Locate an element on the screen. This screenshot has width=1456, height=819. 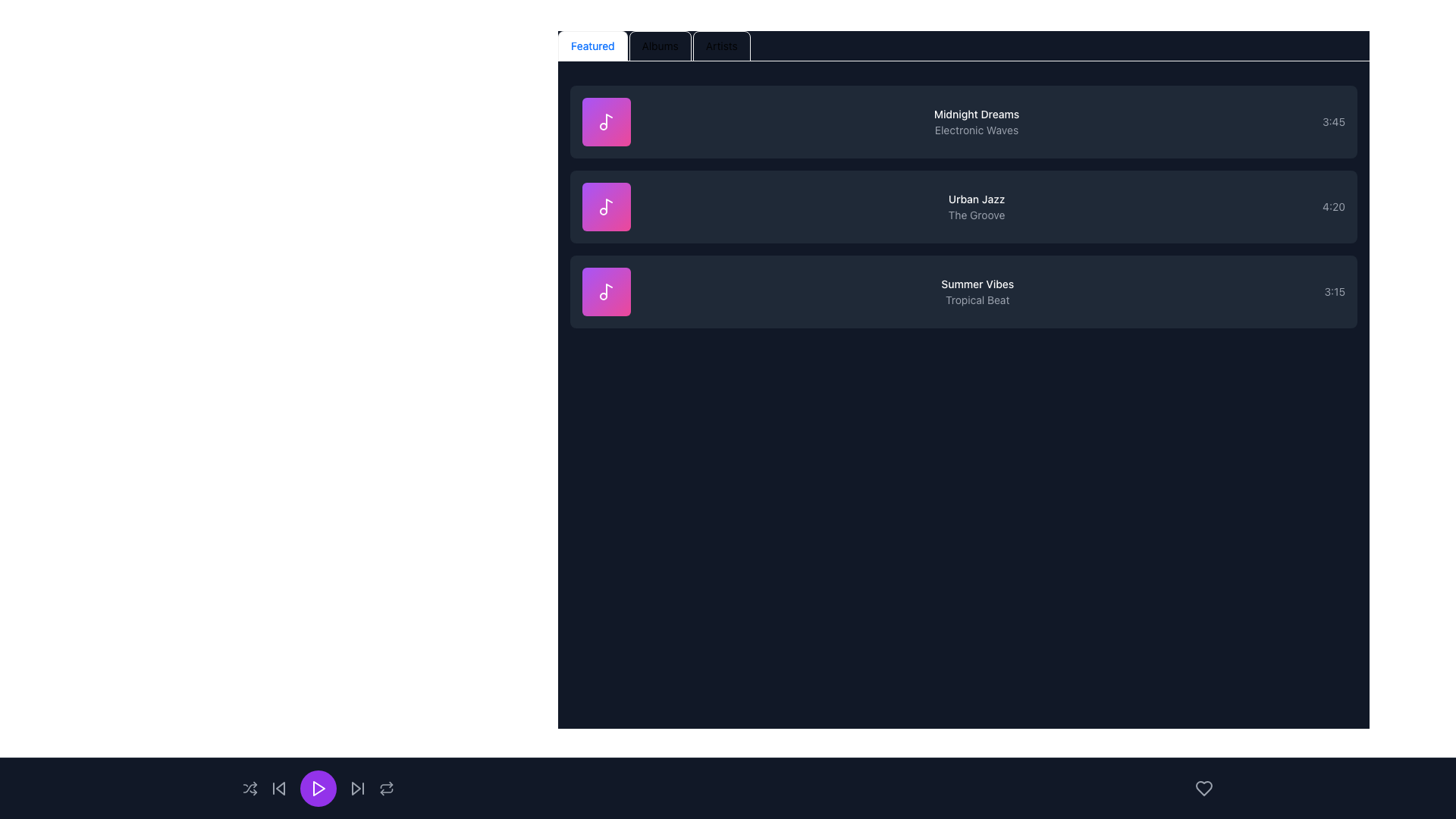
the music track icon representing 'Midnight Dreams' in the list, located on the left side of the item is located at coordinates (607, 121).